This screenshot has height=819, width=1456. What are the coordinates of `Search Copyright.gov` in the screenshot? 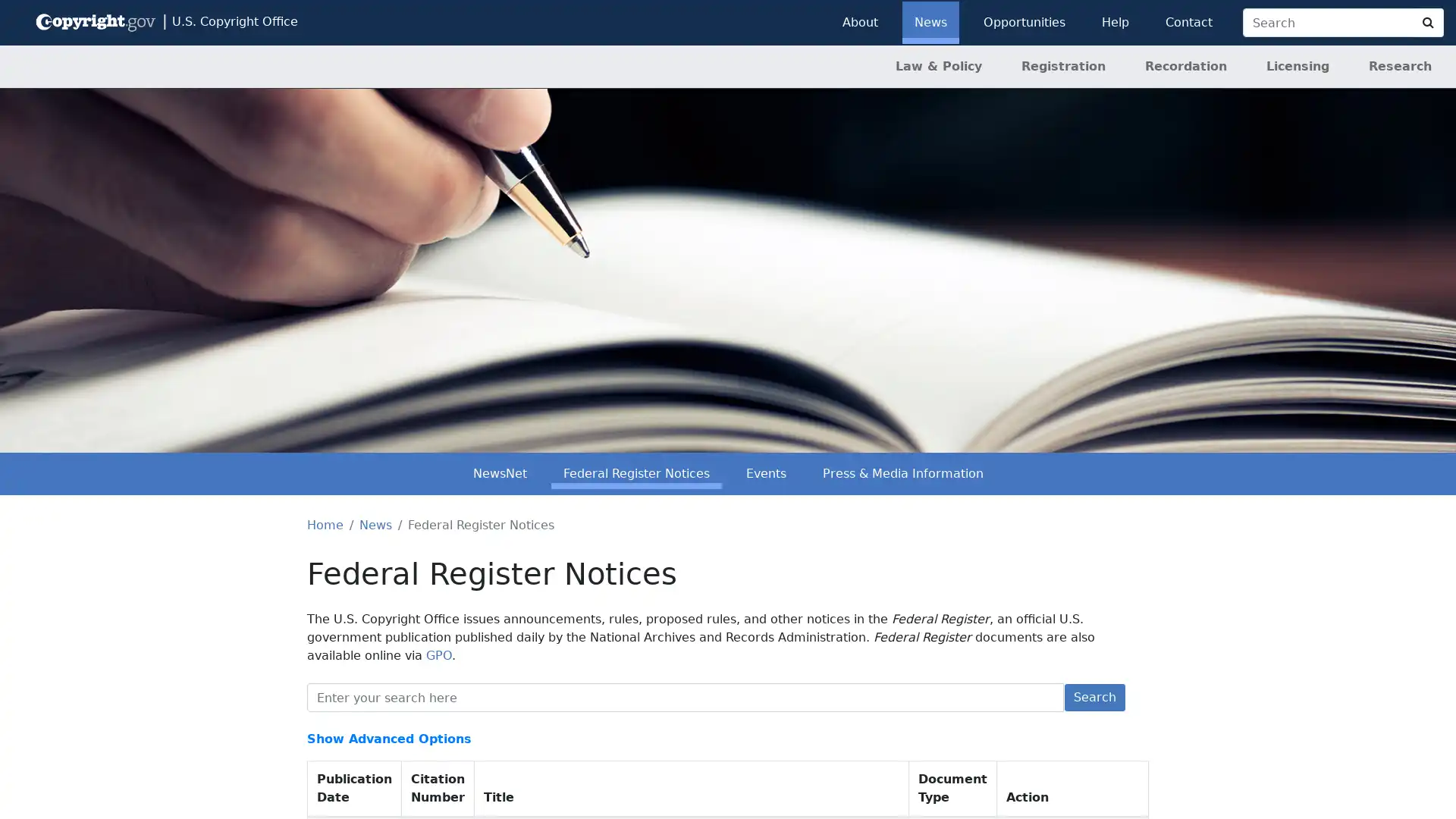 It's located at (1427, 23).